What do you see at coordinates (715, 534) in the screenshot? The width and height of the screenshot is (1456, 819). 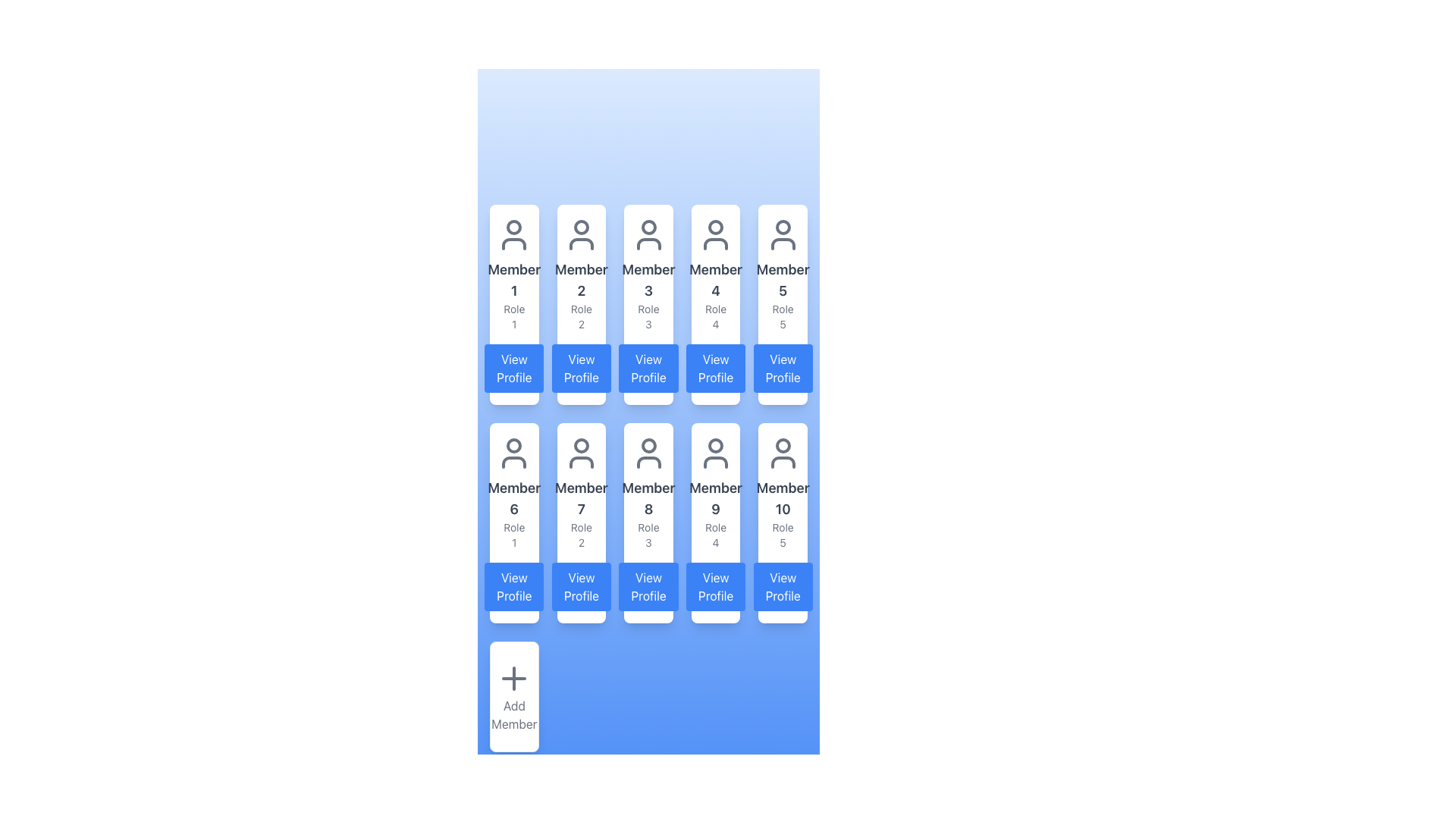 I see `the Text Label displaying the role designation of 'Member 9', located in the ninth card of the grid layout, positioned below 'Member 9' and above 'View Profile'` at bounding box center [715, 534].